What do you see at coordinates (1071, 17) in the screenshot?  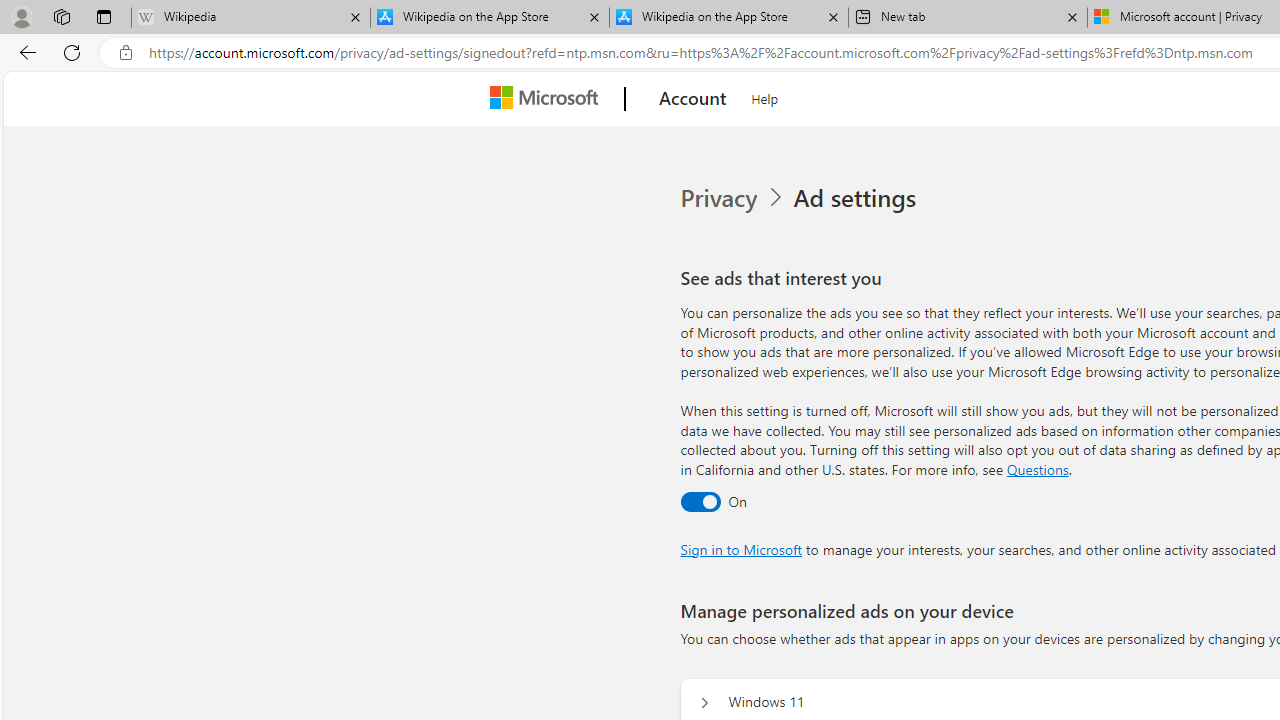 I see `'Close tab'` at bounding box center [1071, 17].